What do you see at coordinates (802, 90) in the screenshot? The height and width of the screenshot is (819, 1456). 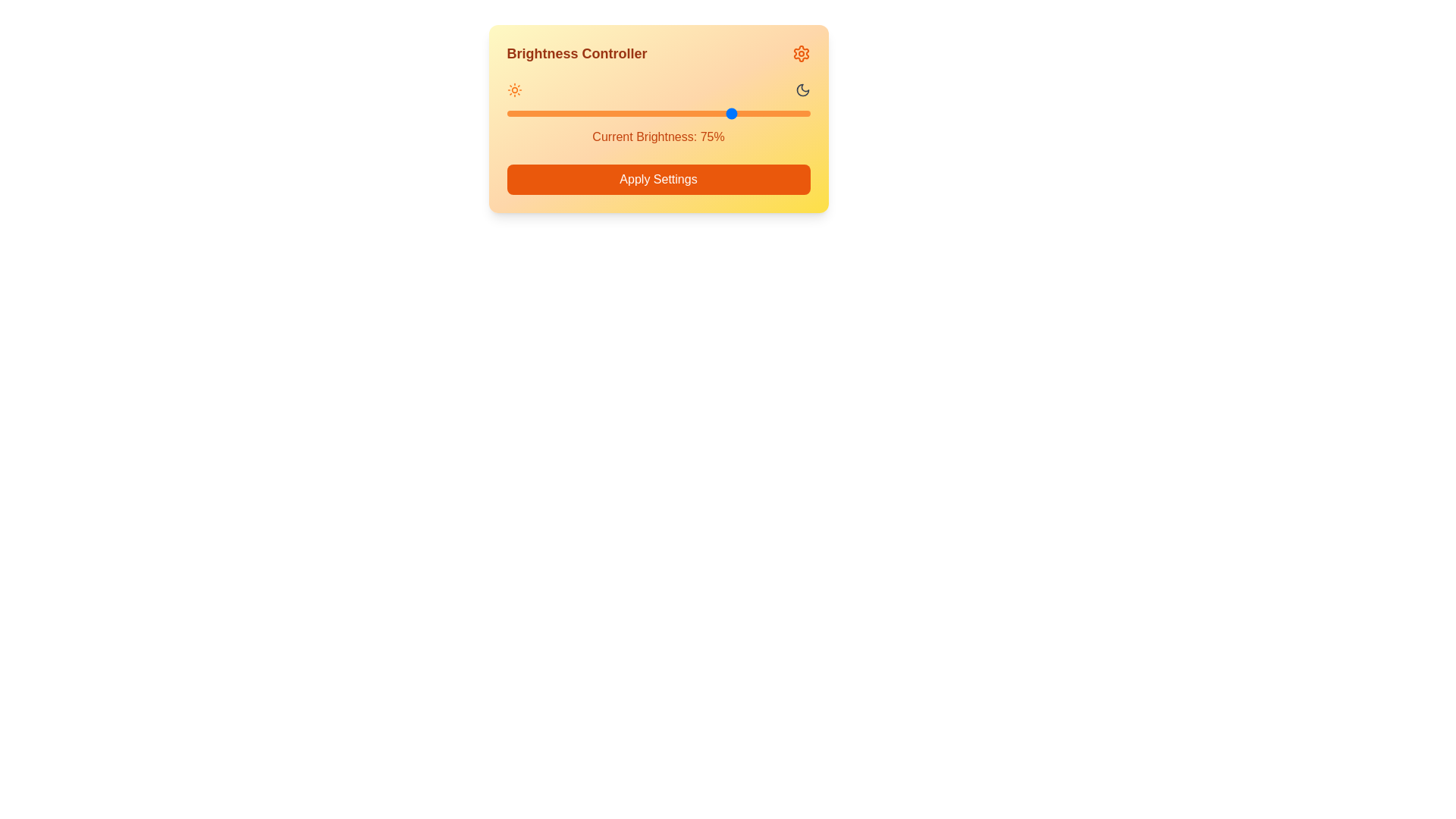 I see `the Moon icon to represent brightness extremes` at bounding box center [802, 90].